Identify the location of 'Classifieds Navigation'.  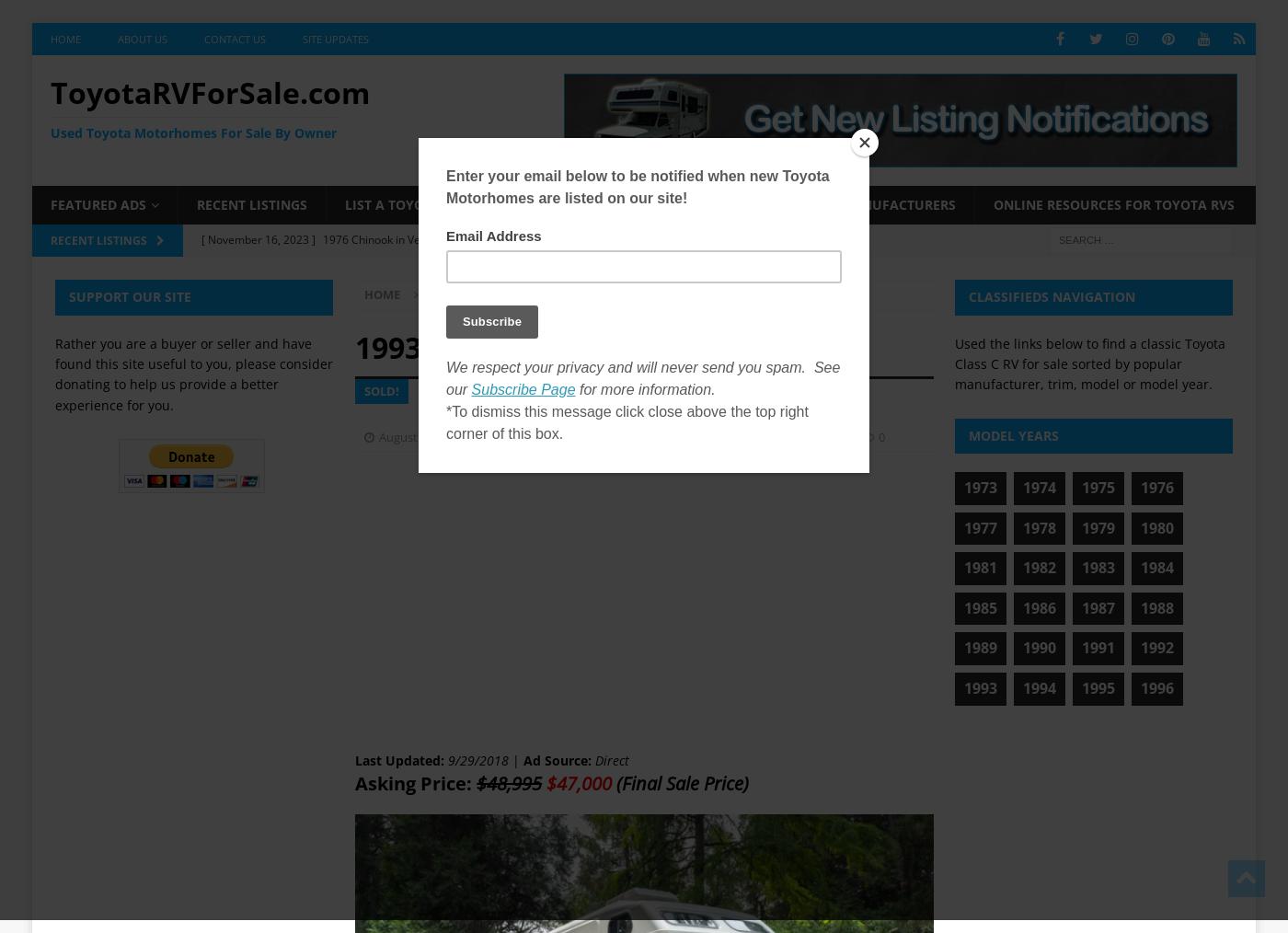
(967, 296).